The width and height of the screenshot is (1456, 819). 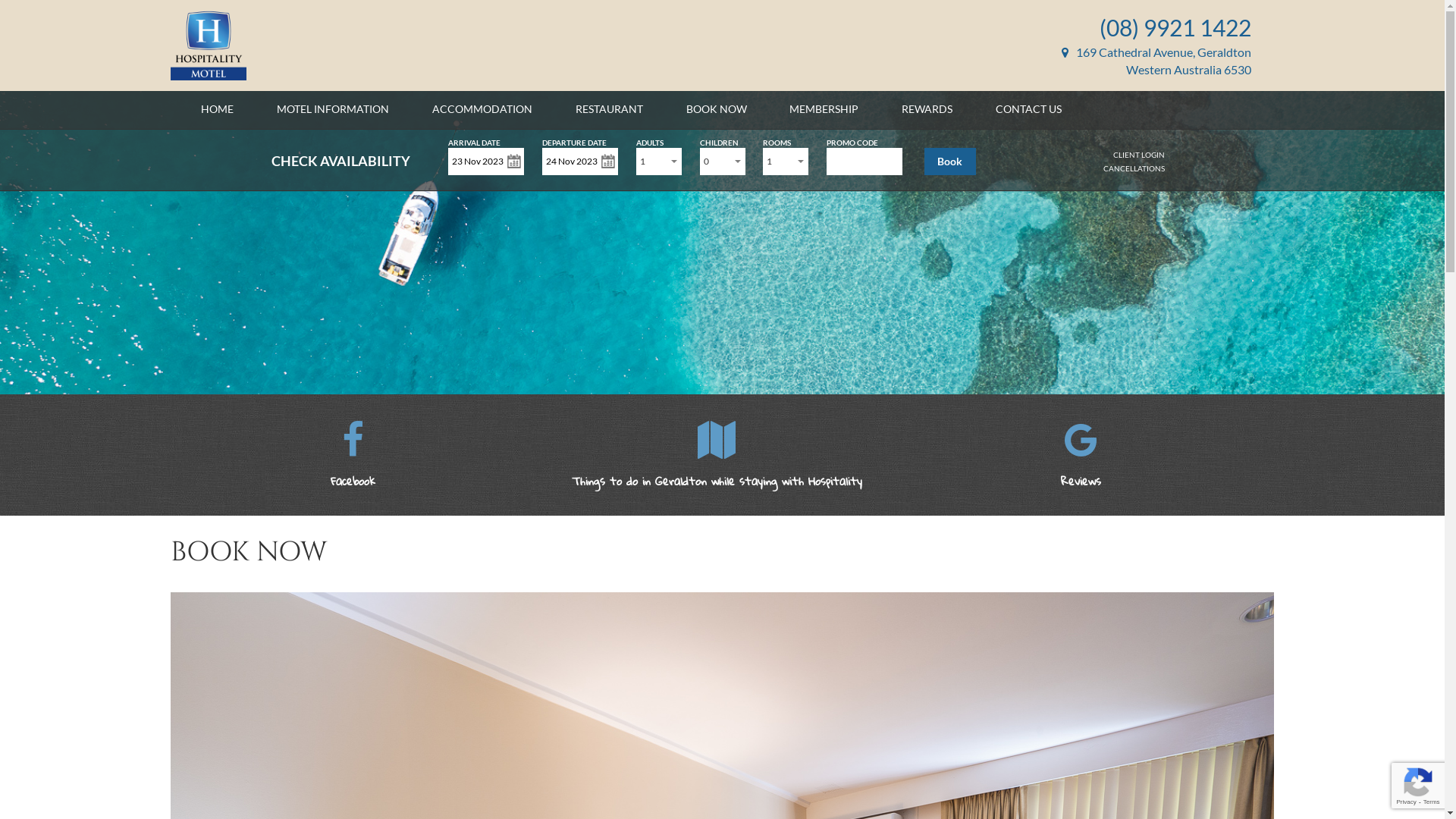 What do you see at coordinates (352, 465) in the screenshot?
I see `'Facebook'` at bounding box center [352, 465].